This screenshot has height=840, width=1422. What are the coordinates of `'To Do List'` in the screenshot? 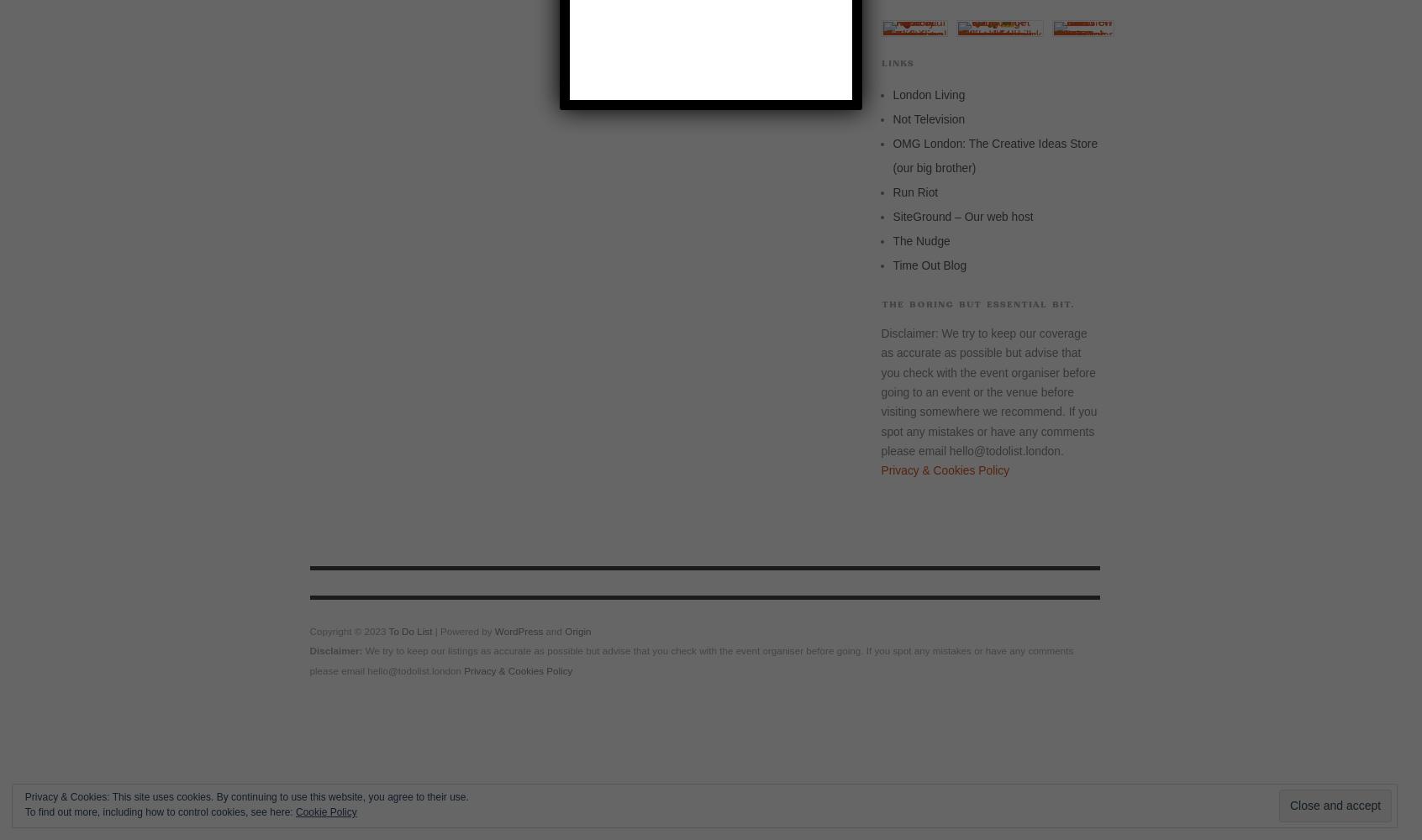 It's located at (408, 631).